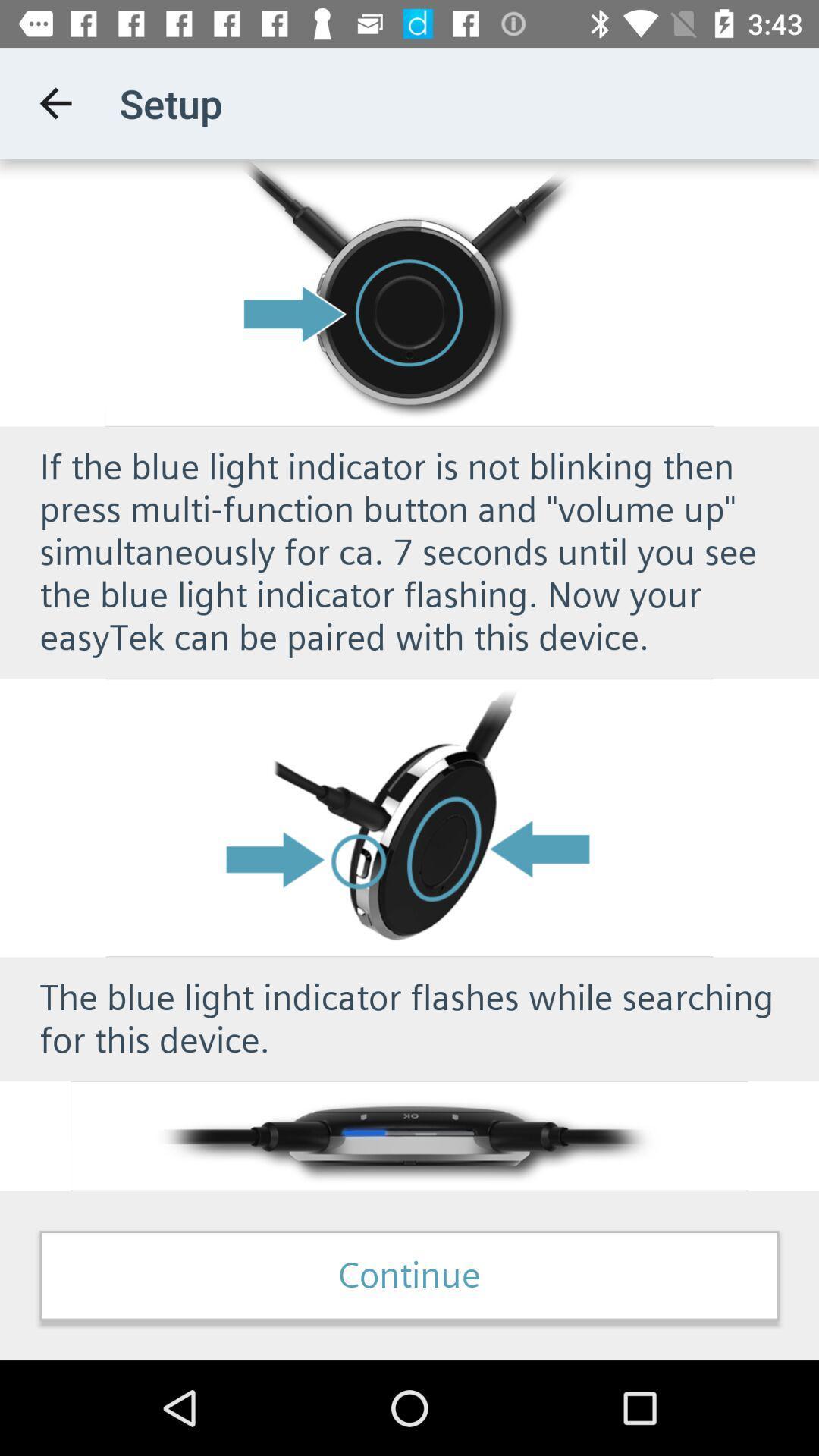 Image resolution: width=819 pixels, height=1456 pixels. What do you see at coordinates (55, 102) in the screenshot?
I see `the icon next to setup app` at bounding box center [55, 102].